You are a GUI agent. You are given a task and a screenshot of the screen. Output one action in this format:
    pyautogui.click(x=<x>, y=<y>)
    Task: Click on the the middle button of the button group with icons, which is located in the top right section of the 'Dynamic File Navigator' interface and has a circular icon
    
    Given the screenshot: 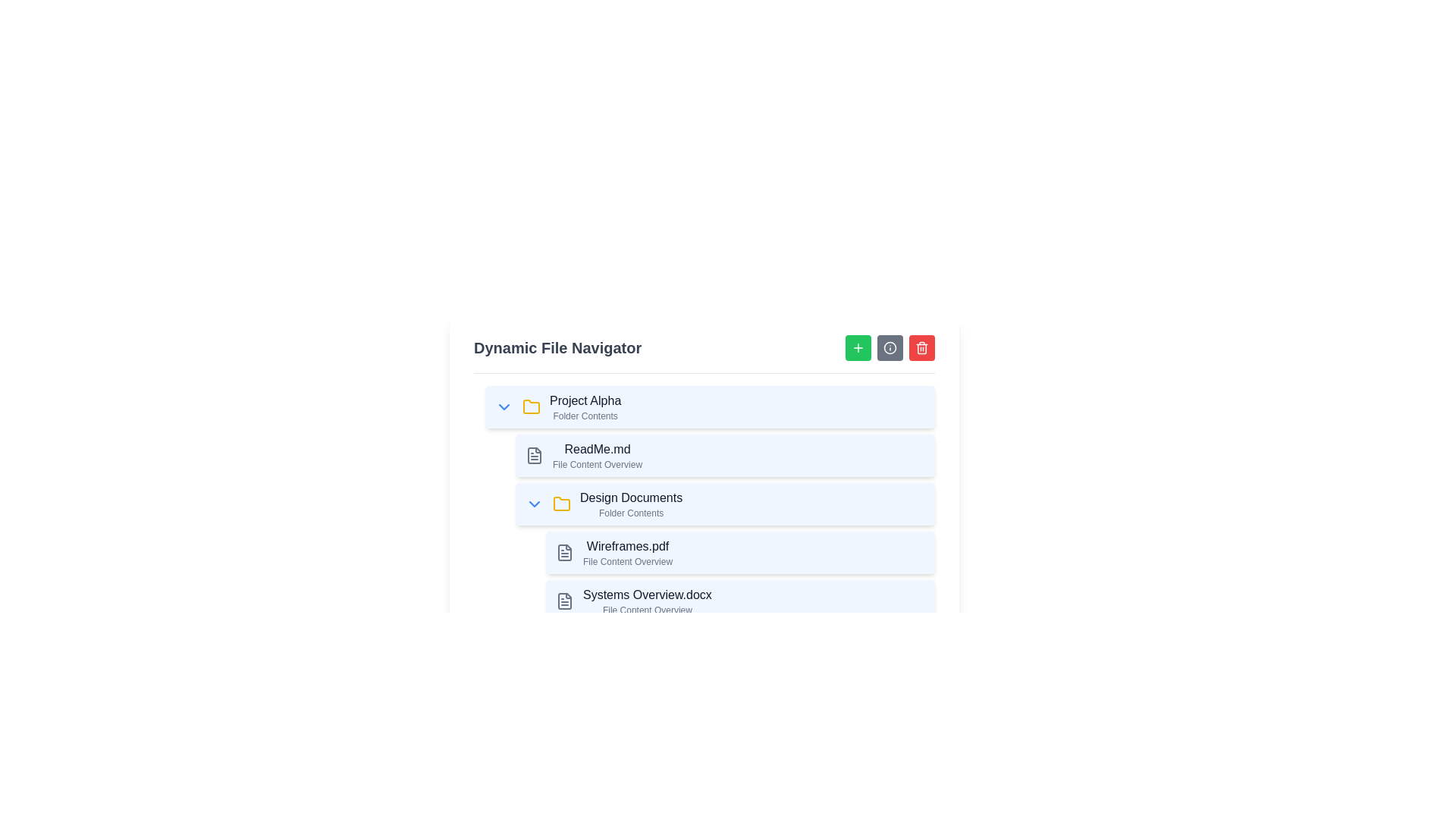 What is the action you would take?
    pyautogui.click(x=890, y=348)
    